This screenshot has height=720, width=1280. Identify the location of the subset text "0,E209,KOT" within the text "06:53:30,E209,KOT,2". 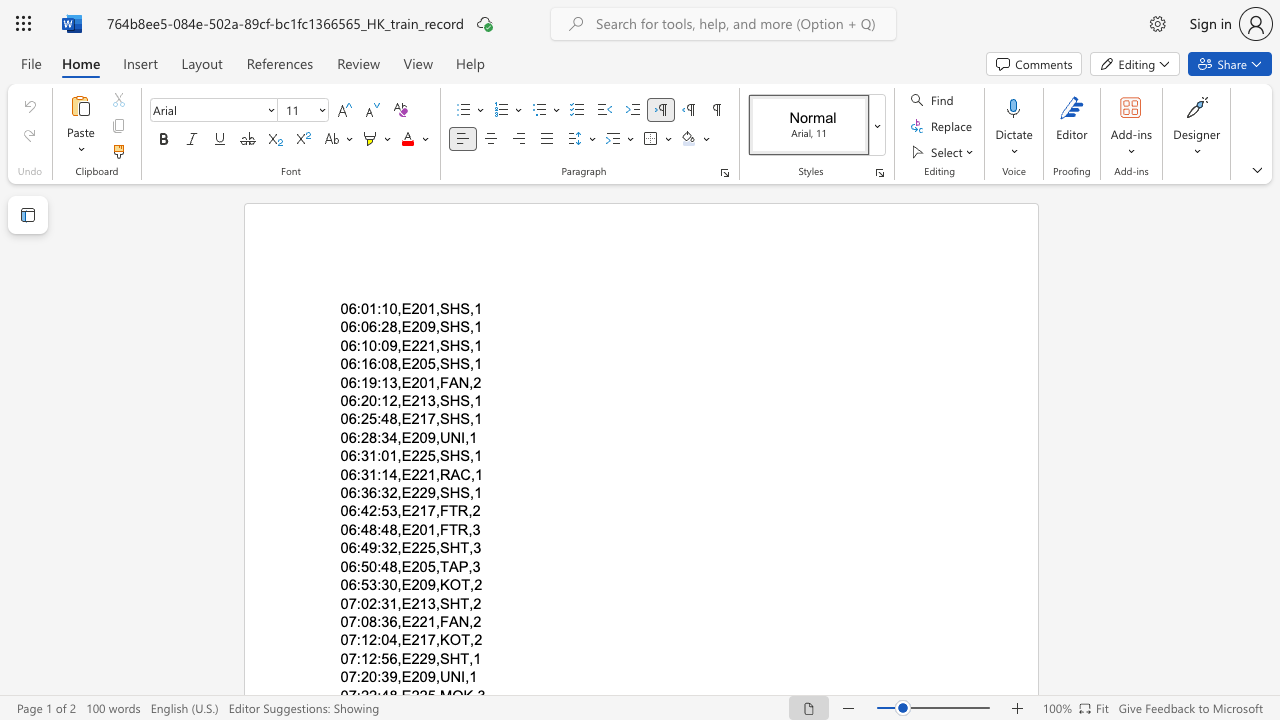
(389, 585).